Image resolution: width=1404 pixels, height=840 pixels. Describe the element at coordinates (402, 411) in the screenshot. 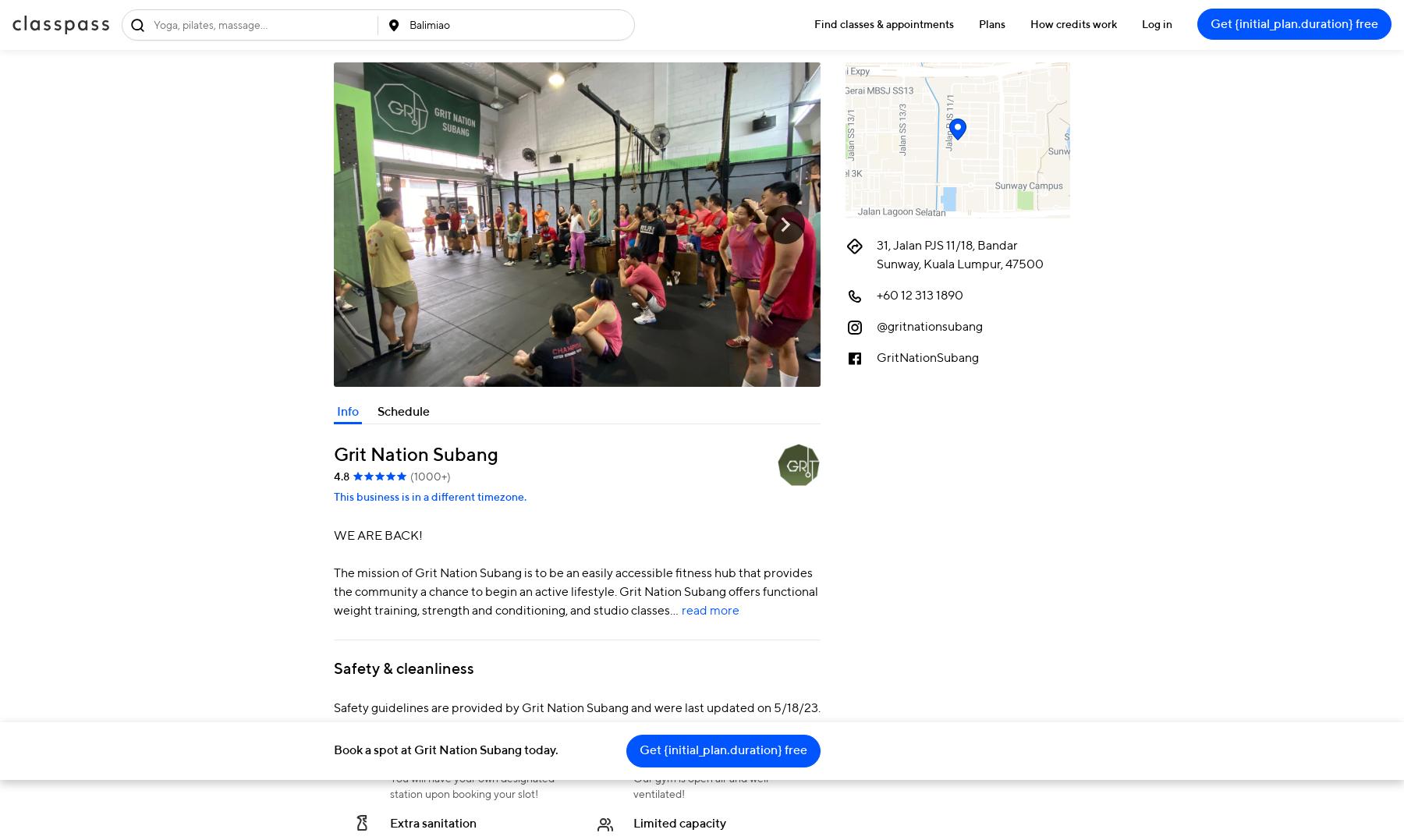

I see `'Schedule'` at that location.